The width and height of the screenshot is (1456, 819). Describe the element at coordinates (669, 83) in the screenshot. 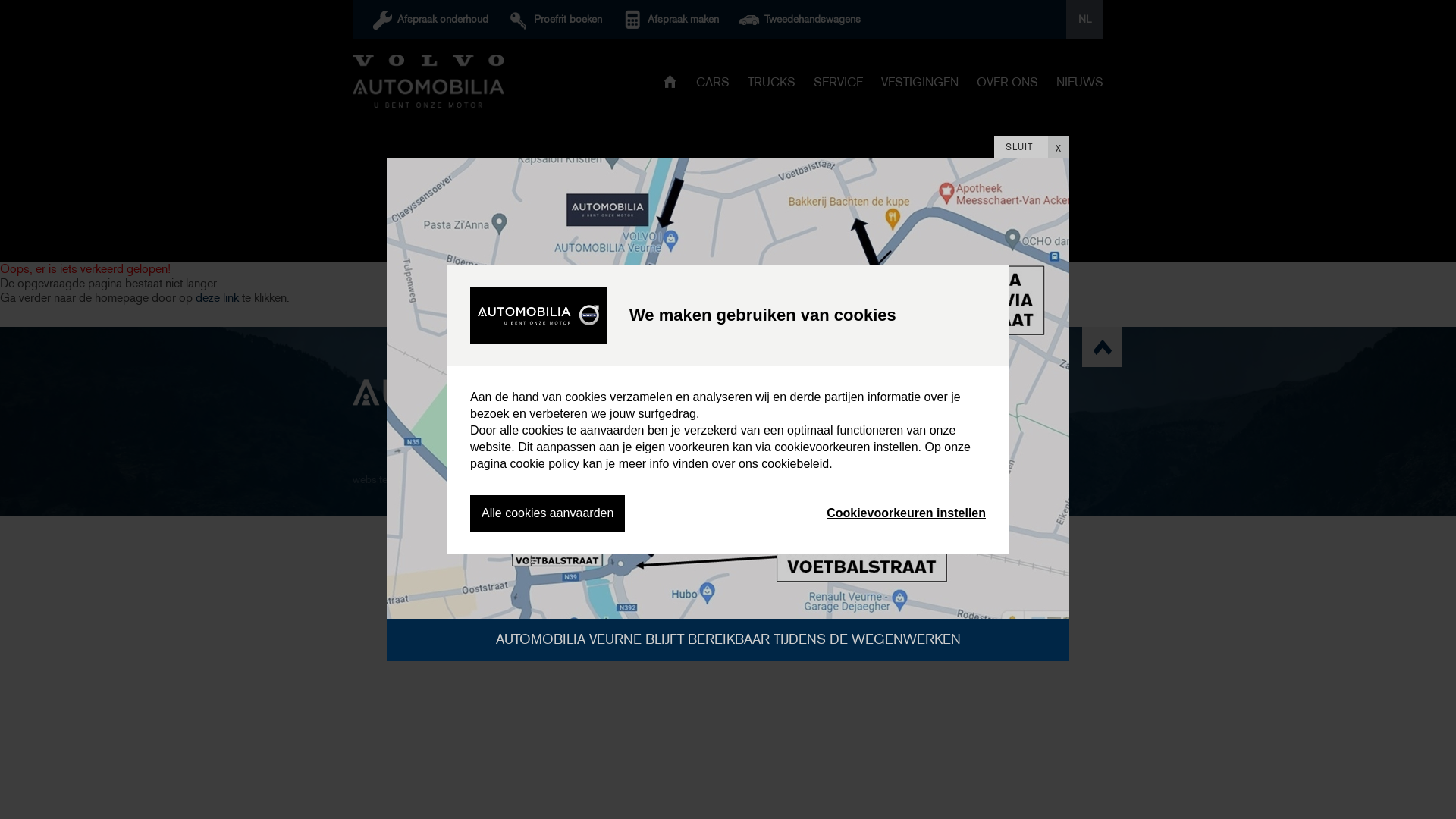

I see `'HOME'` at that location.